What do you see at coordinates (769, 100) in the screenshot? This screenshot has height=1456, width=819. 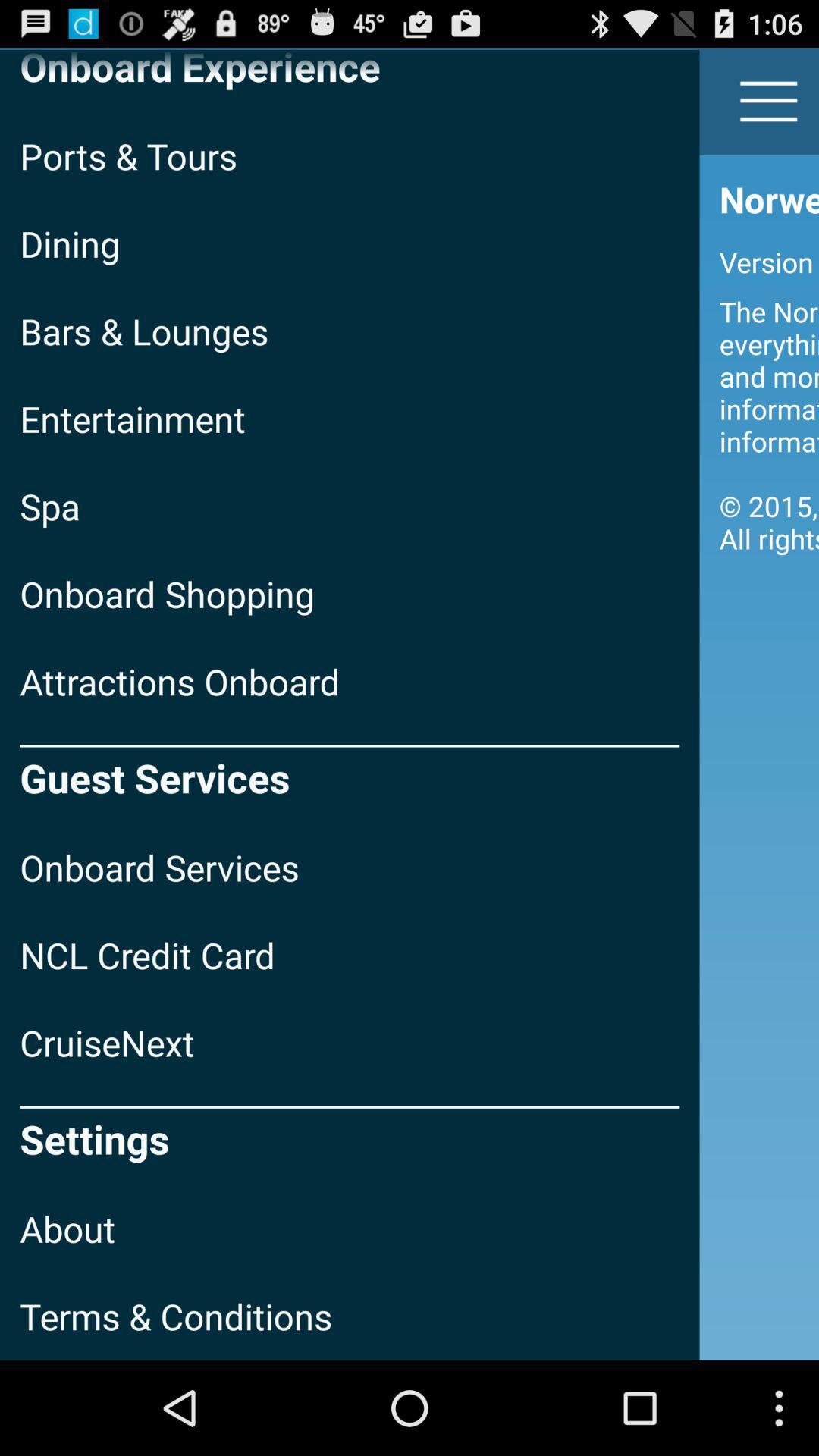 I see `the icon above norwegian iconcierge` at bounding box center [769, 100].